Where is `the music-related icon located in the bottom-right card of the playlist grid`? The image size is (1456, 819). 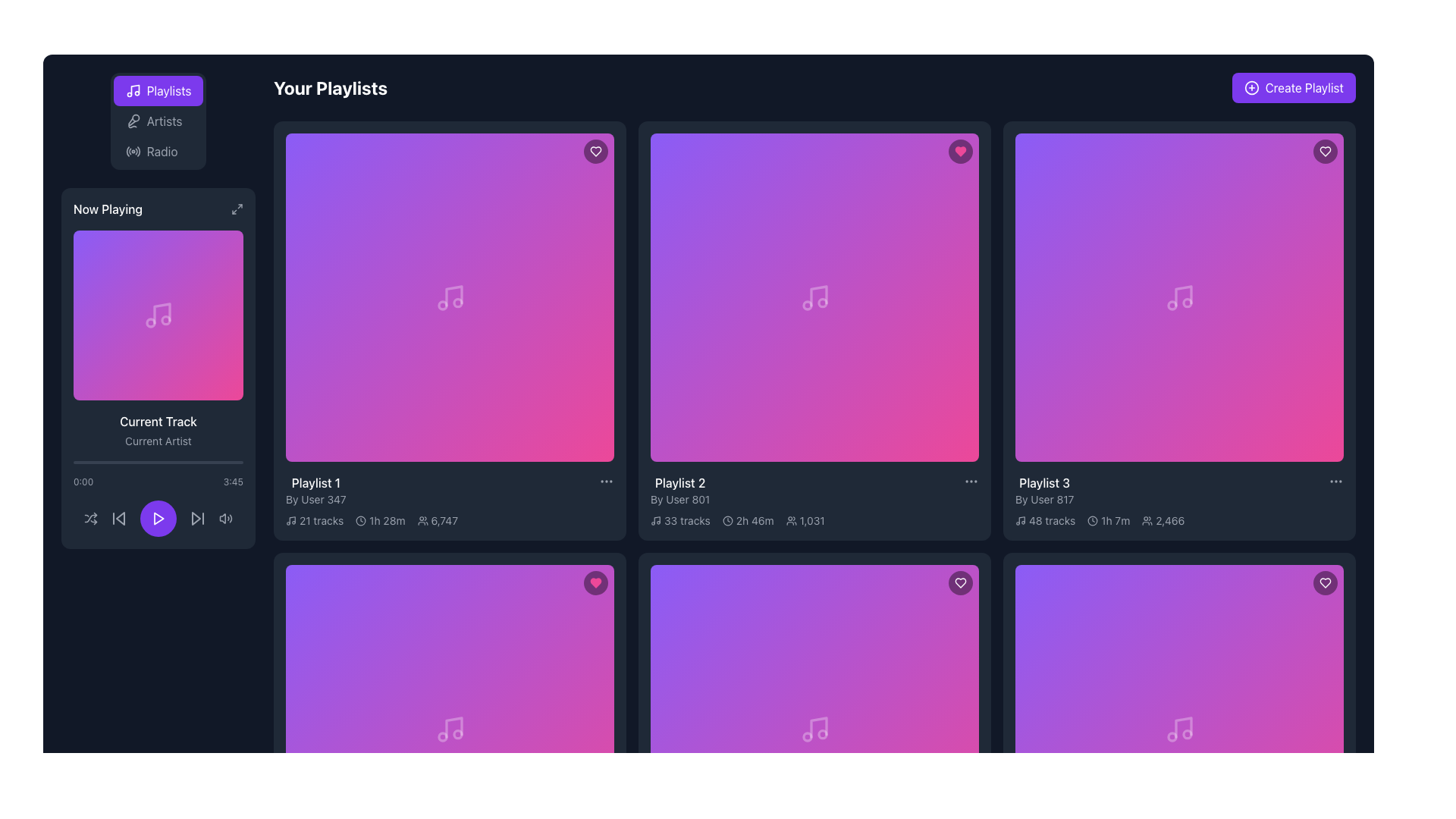
the music-related icon located in the bottom-right card of the playlist grid is located at coordinates (449, 728).